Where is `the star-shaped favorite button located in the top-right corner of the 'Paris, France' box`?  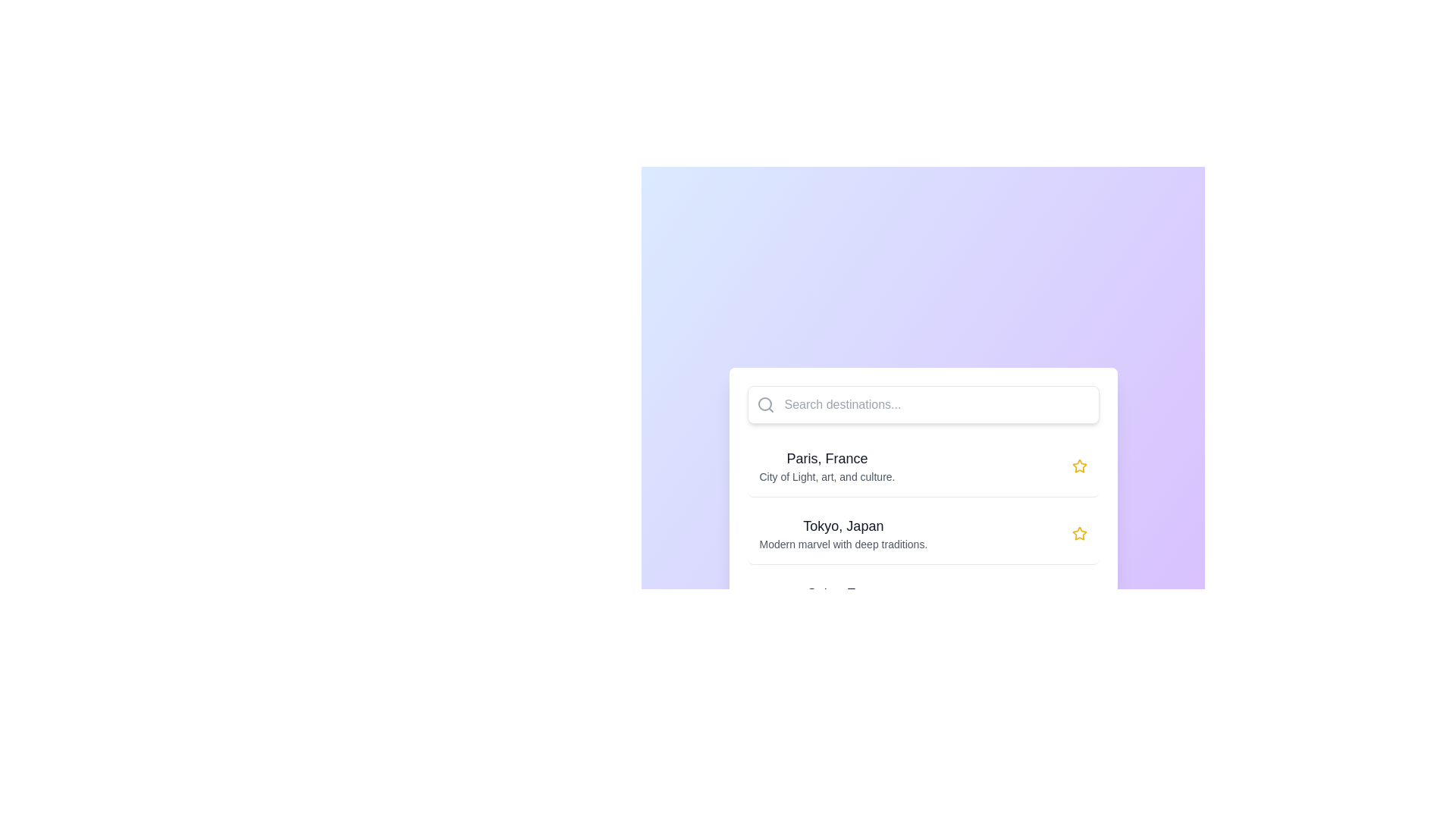 the star-shaped favorite button located in the top-right corner of the 'Paris, France' box is located at coordinates (1078, 465).